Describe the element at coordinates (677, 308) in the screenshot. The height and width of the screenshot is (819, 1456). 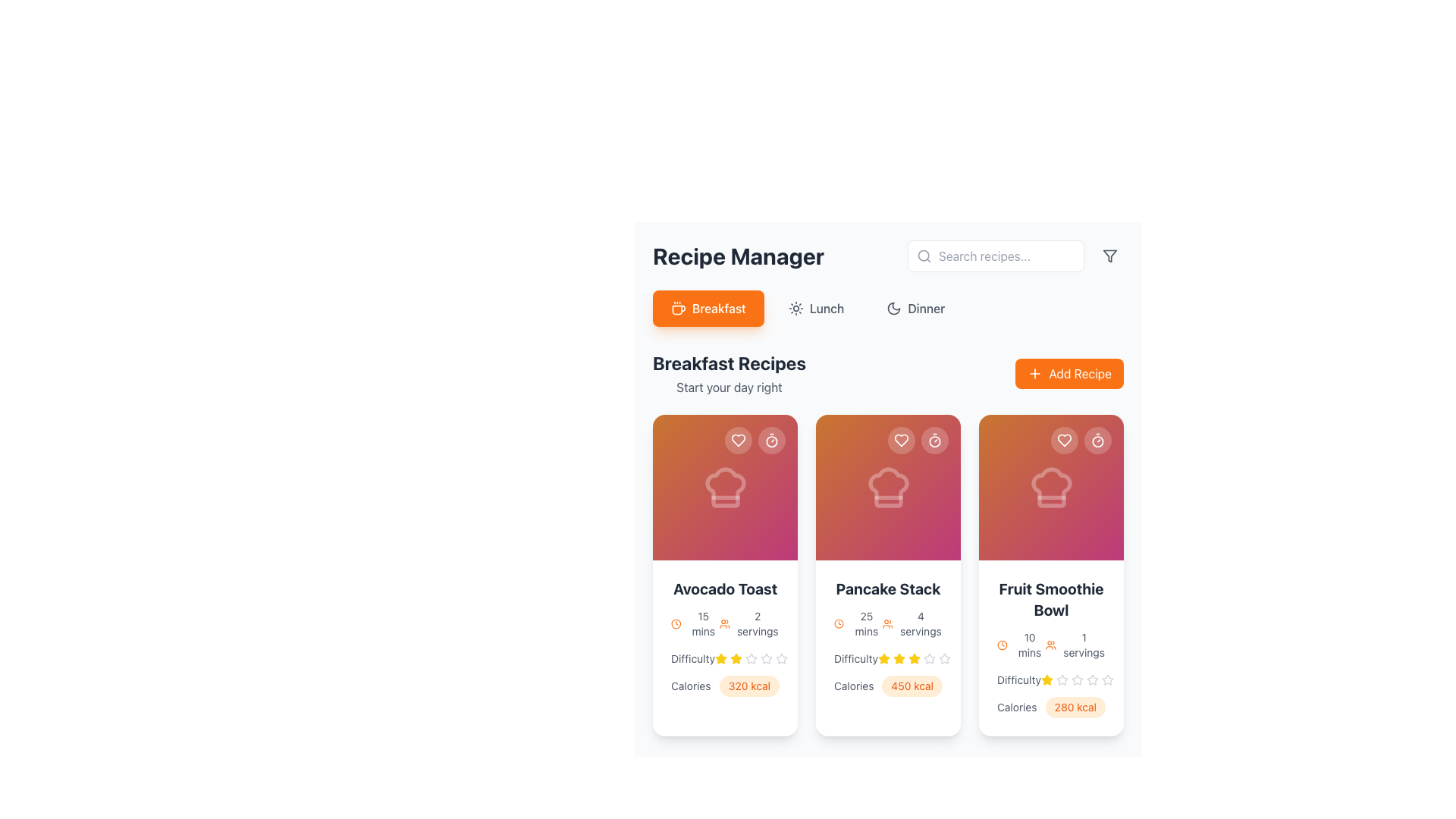
I see `the coffee cup icon within the orange 'Breakfast' button` at that location.